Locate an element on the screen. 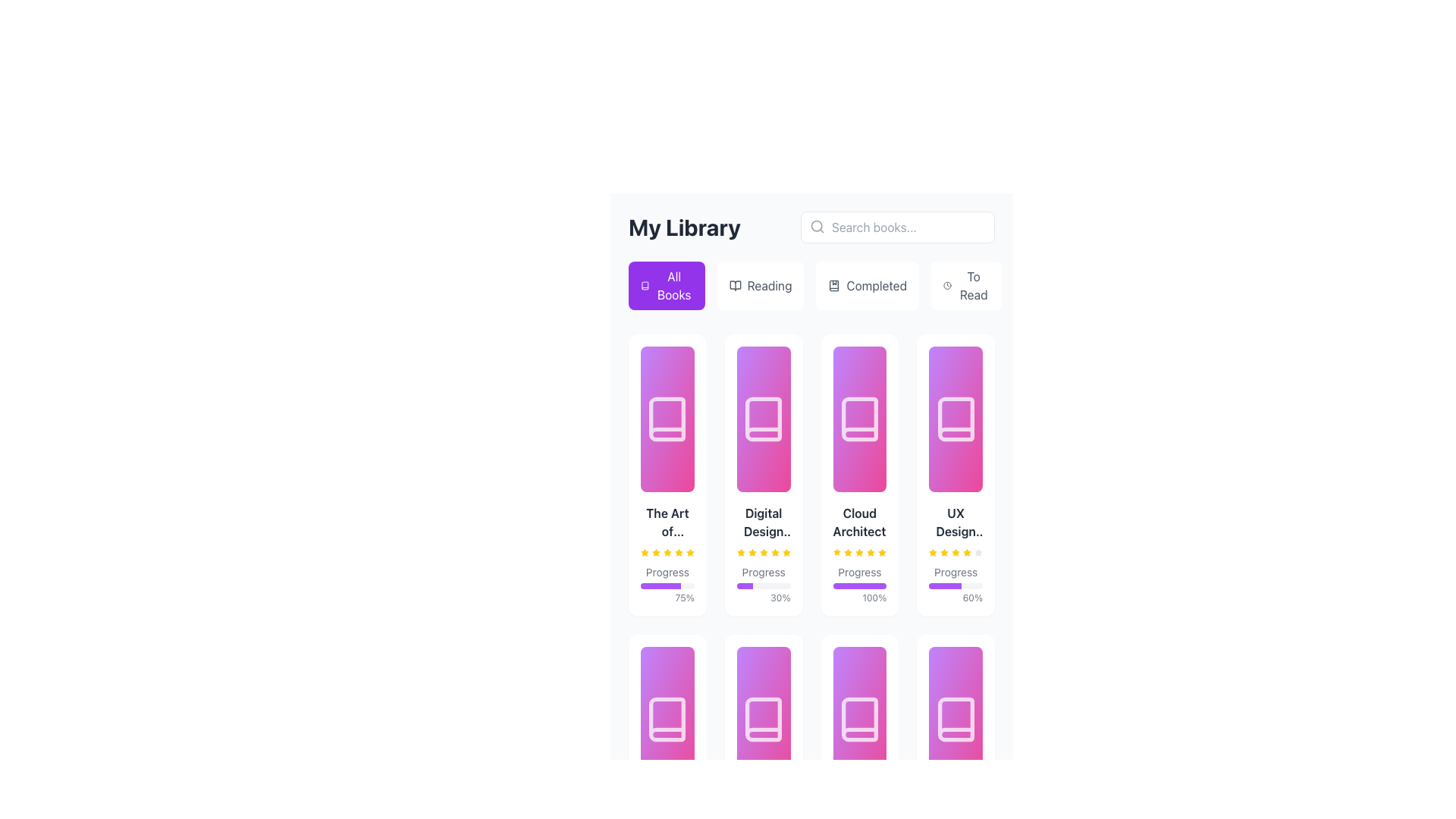 This screenshot has width=1456, height=819. details of the first star-shaped icon with a yellow fill and black border, representing the rating for the book titled 'The Art of...' is located at coordinates (645, 553).